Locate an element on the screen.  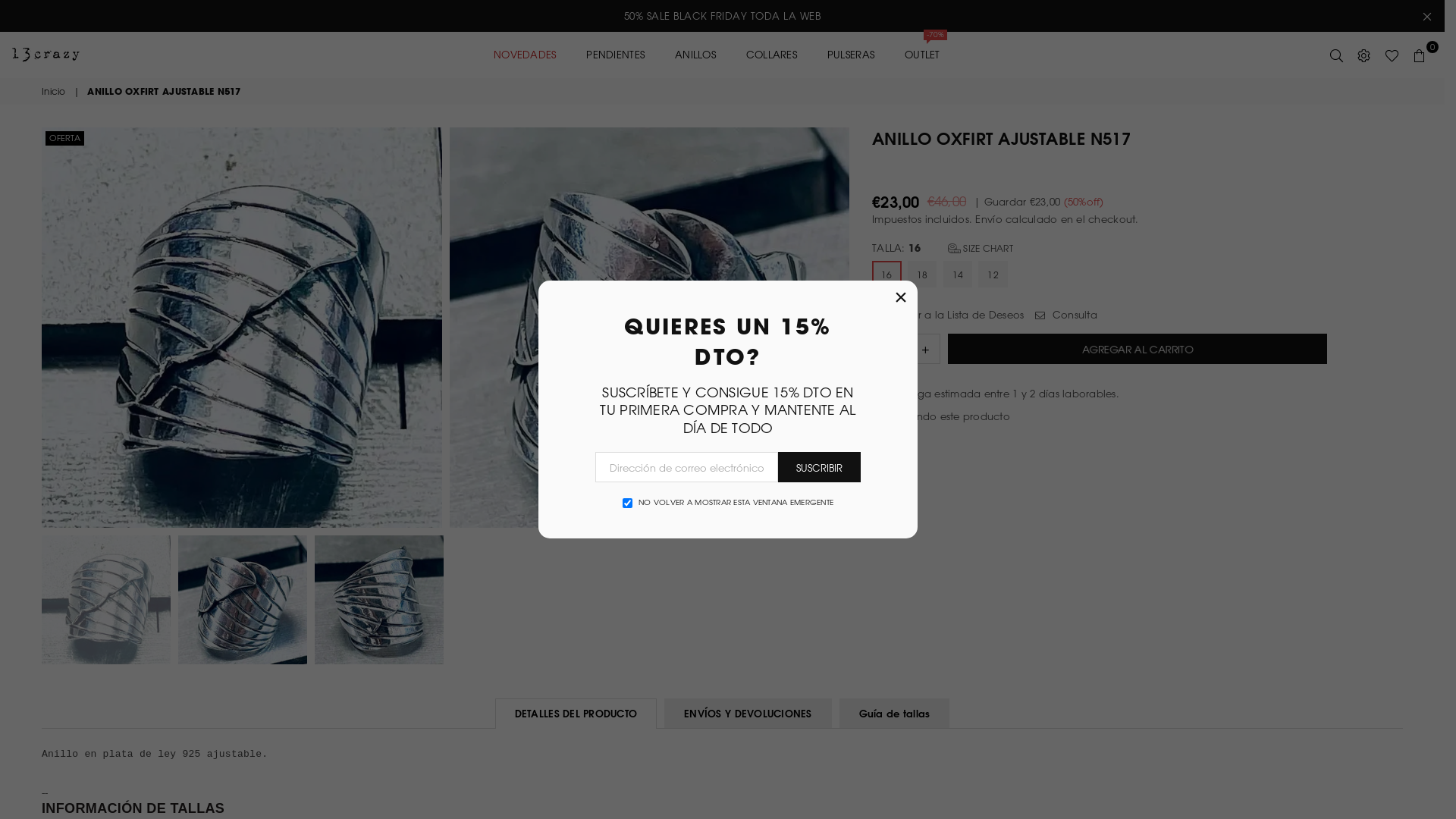
'SUSCRIBIR' is located at coordinates (818, 466).